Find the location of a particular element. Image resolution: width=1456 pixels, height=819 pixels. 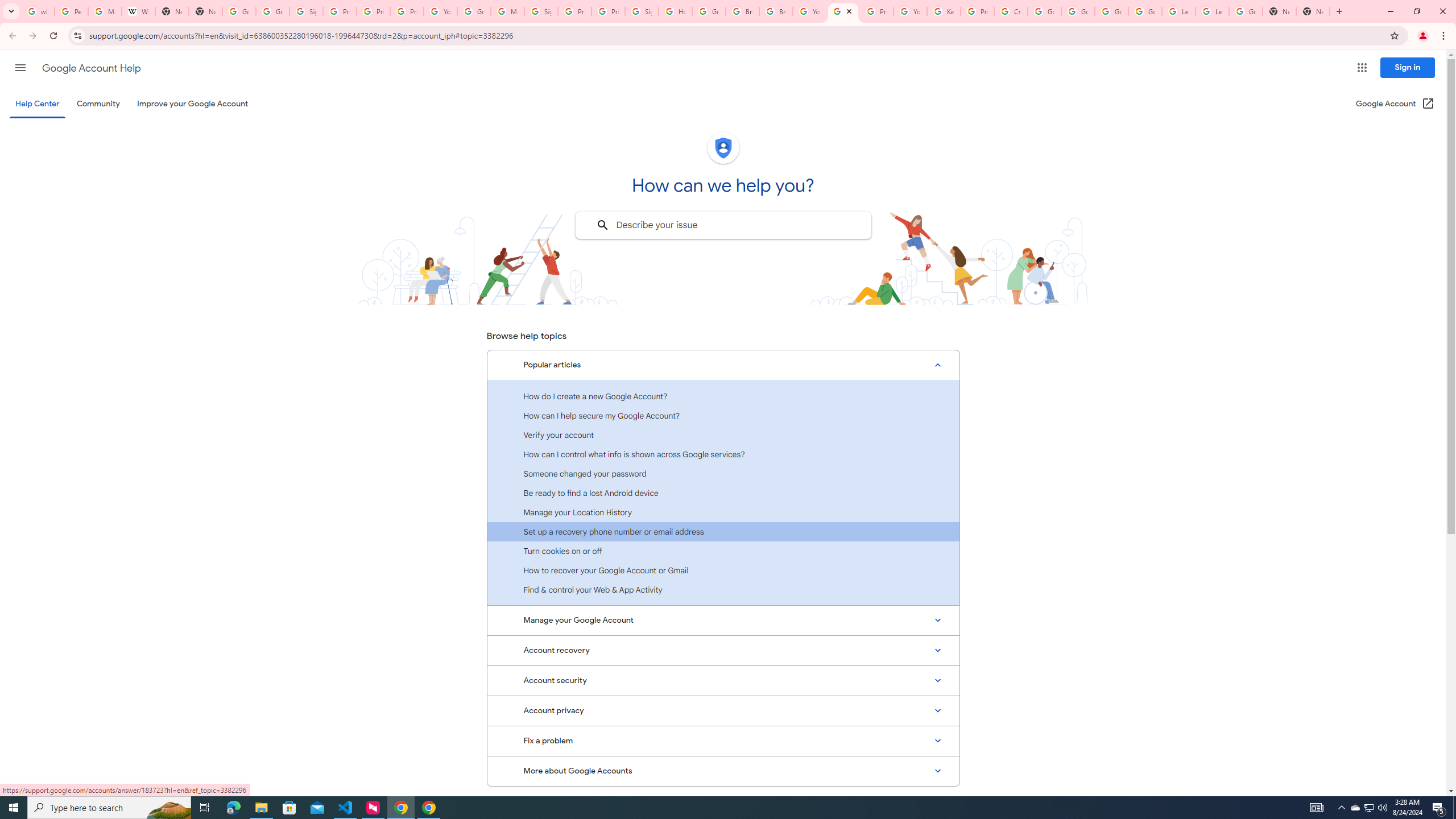

'Manage your Location History' is located at coordinates (723, 512).